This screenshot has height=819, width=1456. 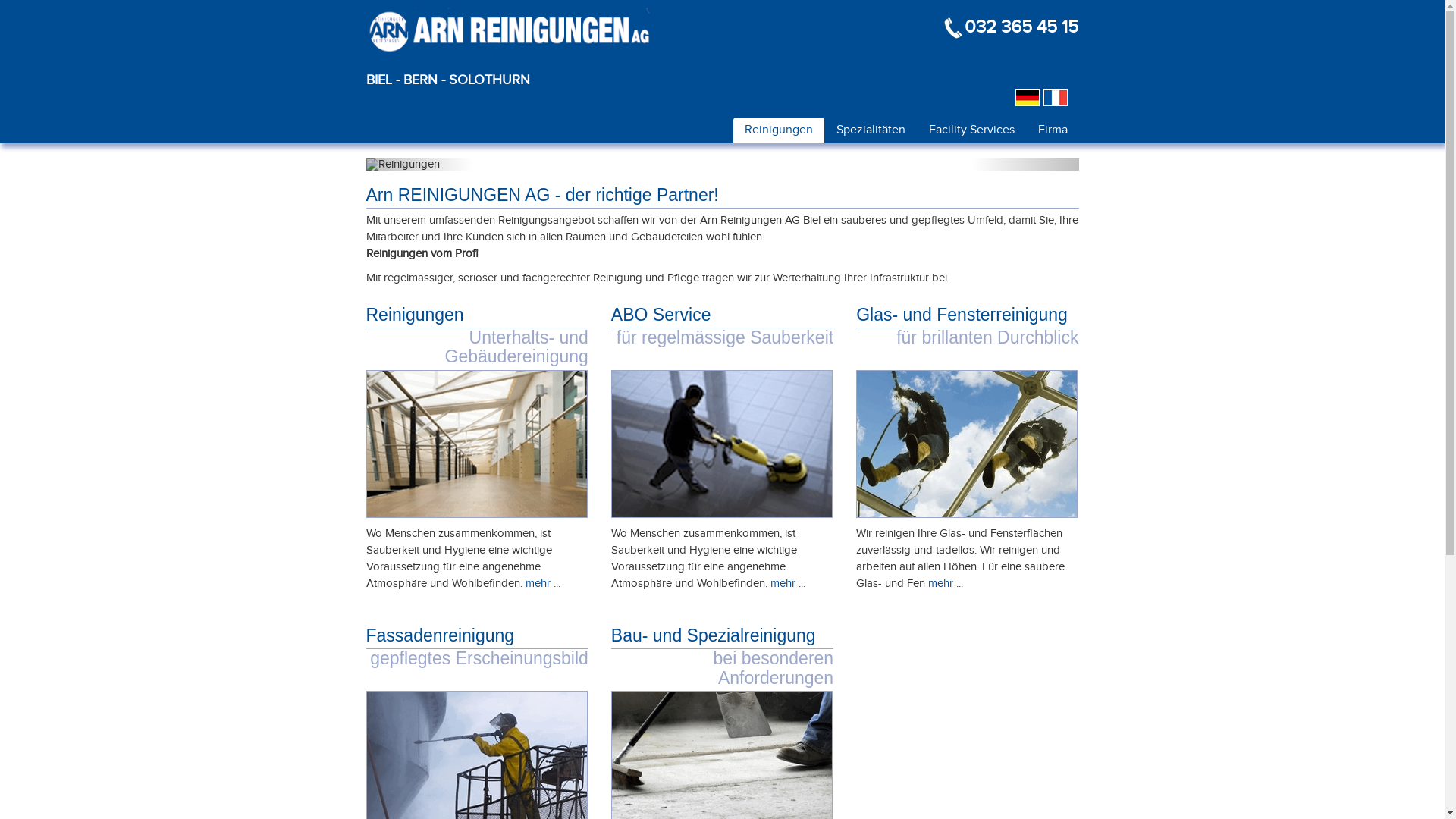 What do you see at coordinates (1052, 128) in the screenshot?
I see `'Firma'` at bounding box center [1052, 128].